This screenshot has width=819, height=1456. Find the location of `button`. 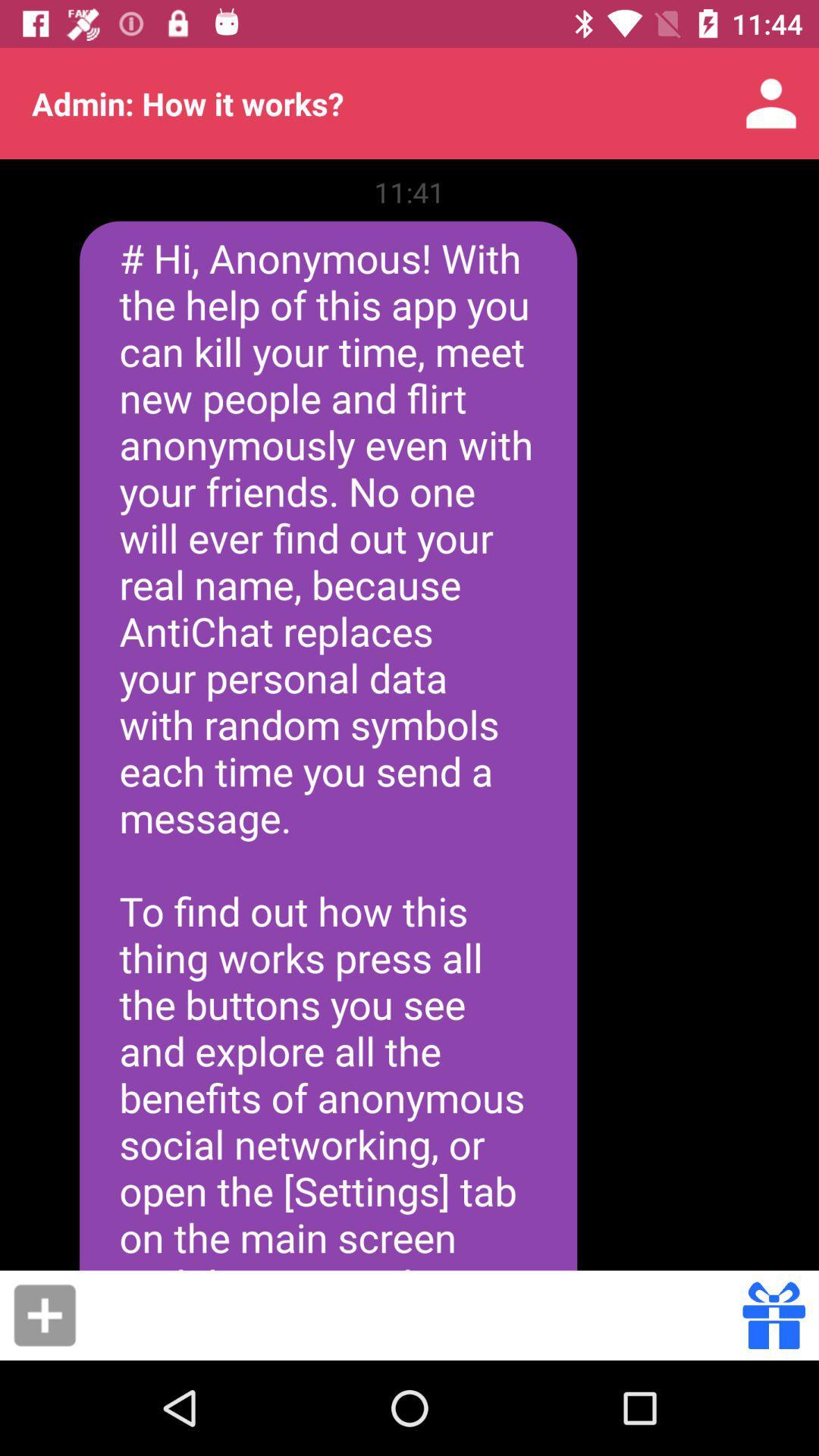

button is located at coordinates (44, 1314).